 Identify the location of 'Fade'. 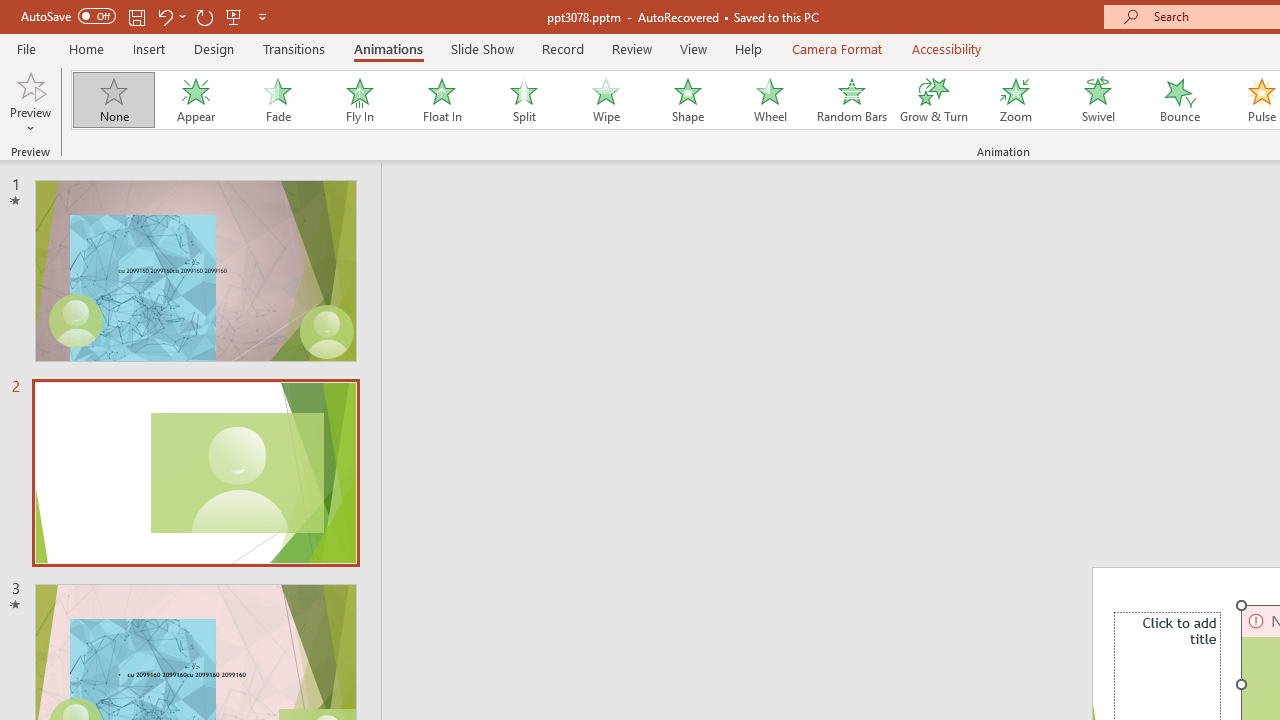
(276, 100).